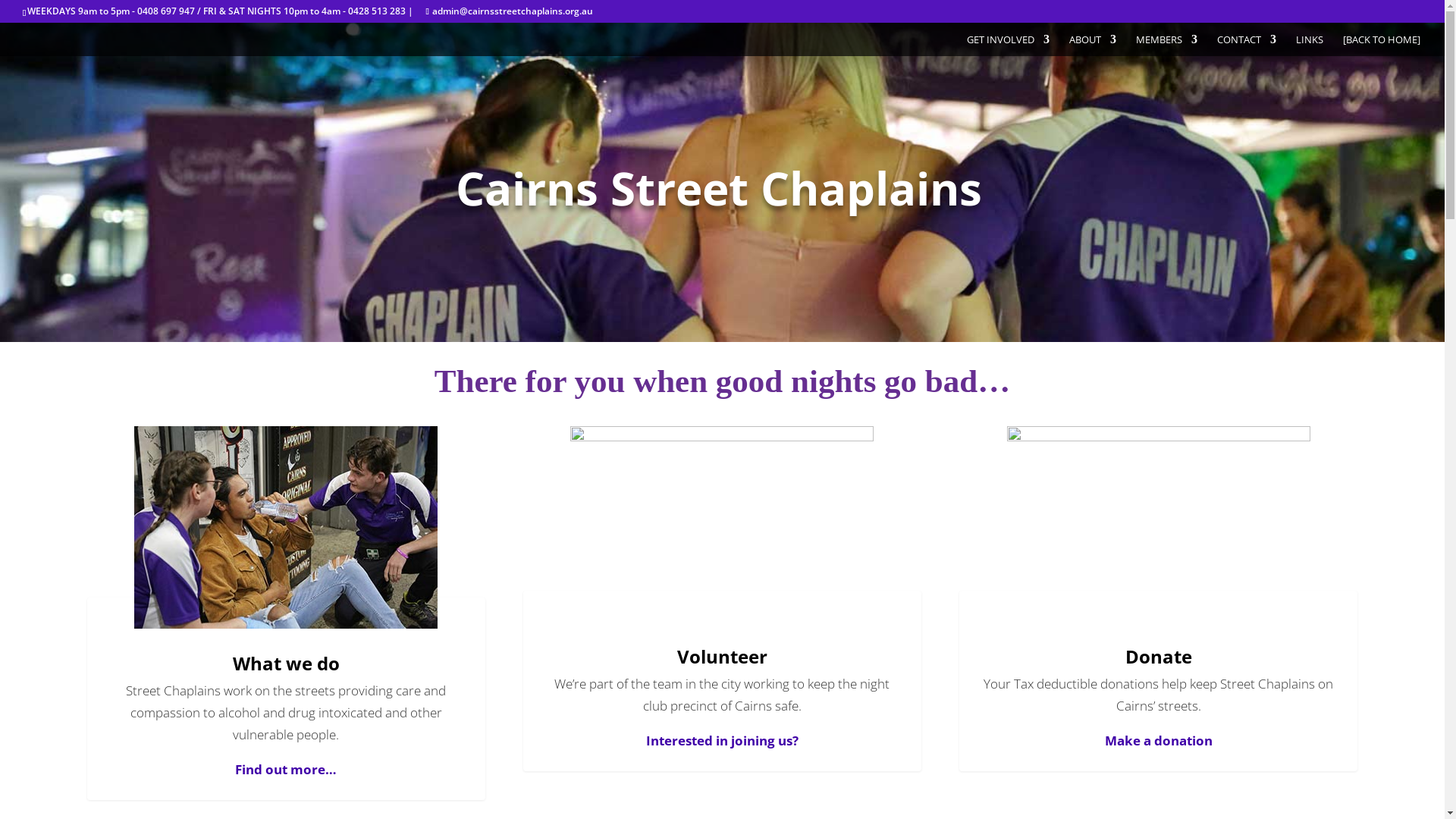  What do you see at coordinates (1166, 44) in the screenshot?
I see `'MEMBERS'` at bounding box center [1166, 44].